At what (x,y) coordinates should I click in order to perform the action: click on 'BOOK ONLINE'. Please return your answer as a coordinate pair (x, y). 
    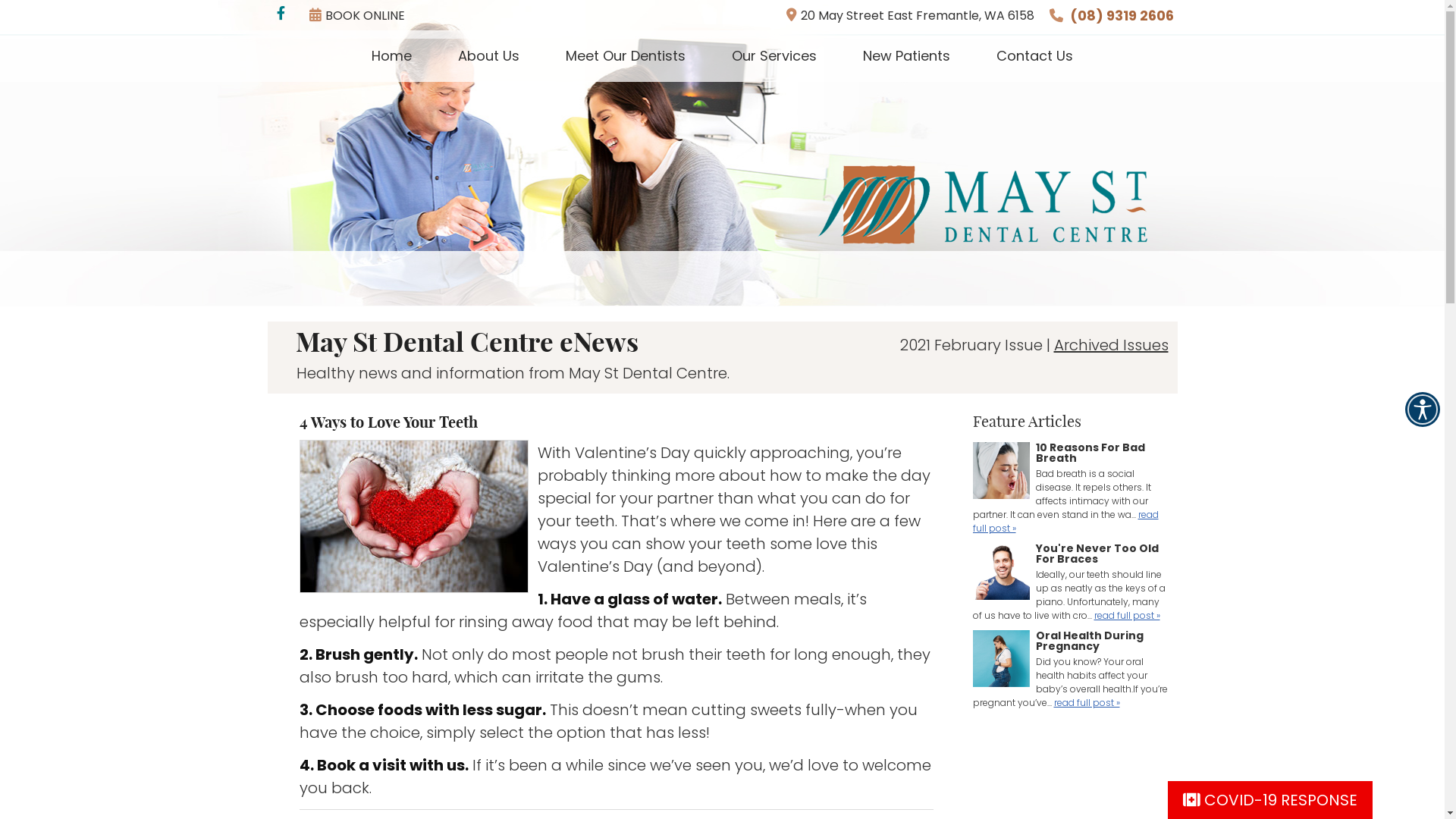
    Looking at the image, I should click on (356, 14).